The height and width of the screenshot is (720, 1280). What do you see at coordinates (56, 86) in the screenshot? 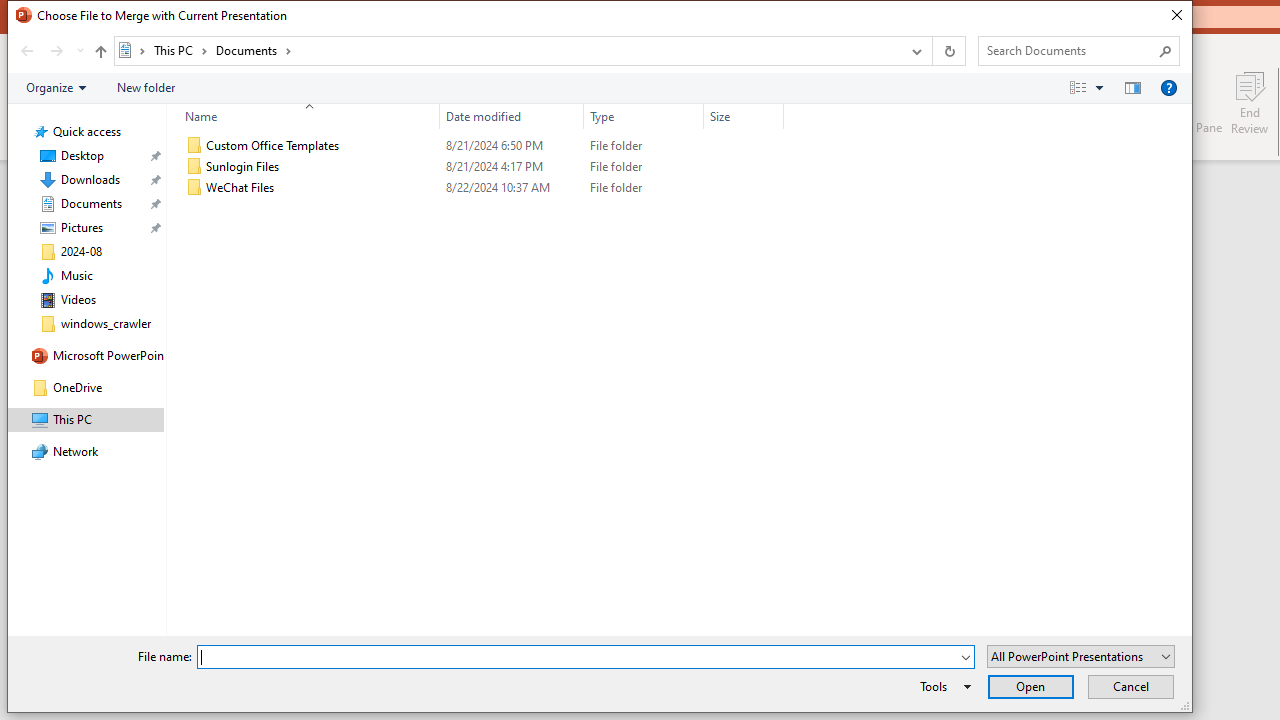
I see `'Organize'` at bounding box center [56, 86].